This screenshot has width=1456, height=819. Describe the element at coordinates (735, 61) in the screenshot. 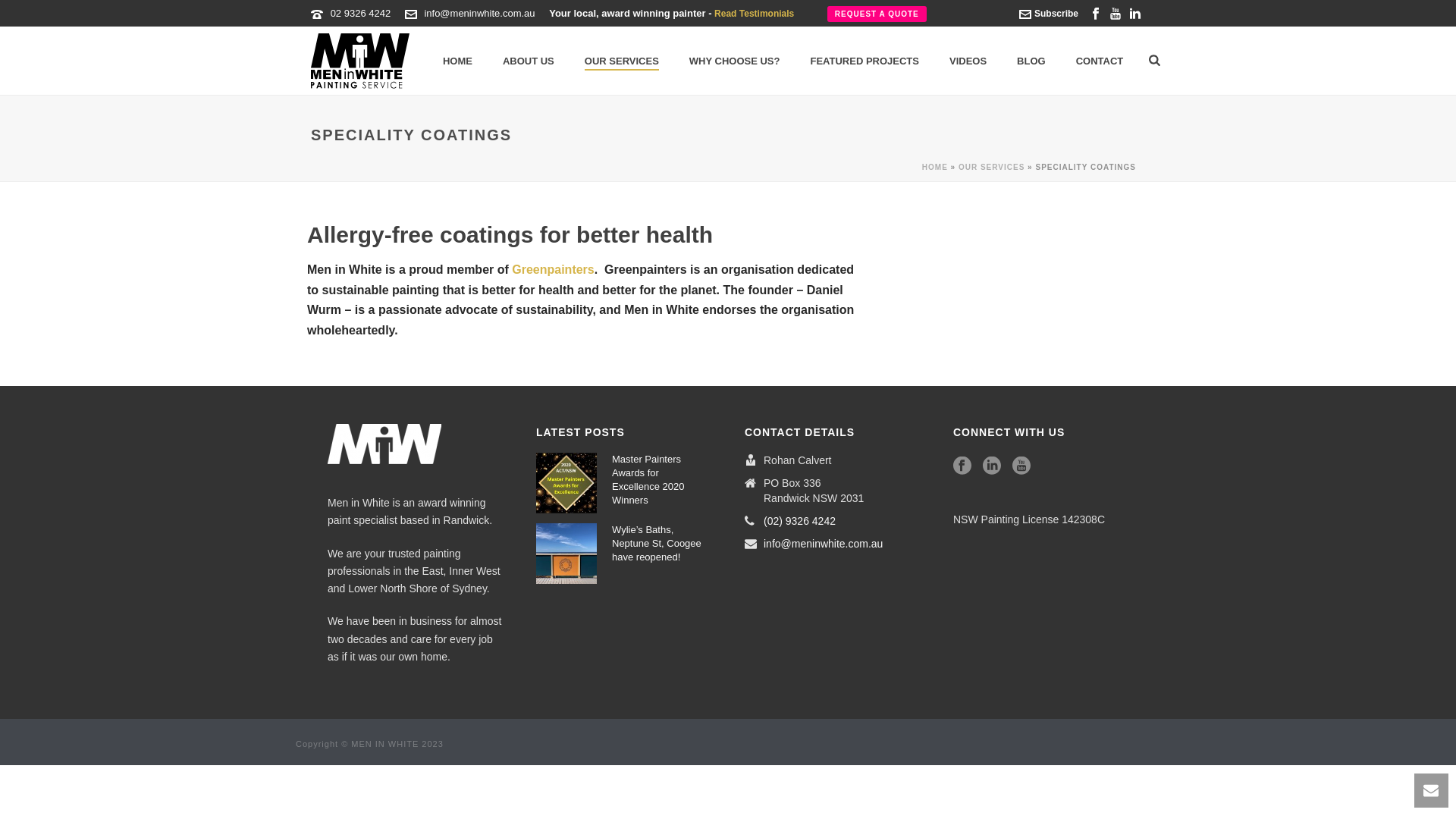

I see `'WHY CHOOSE US?'` at that location.